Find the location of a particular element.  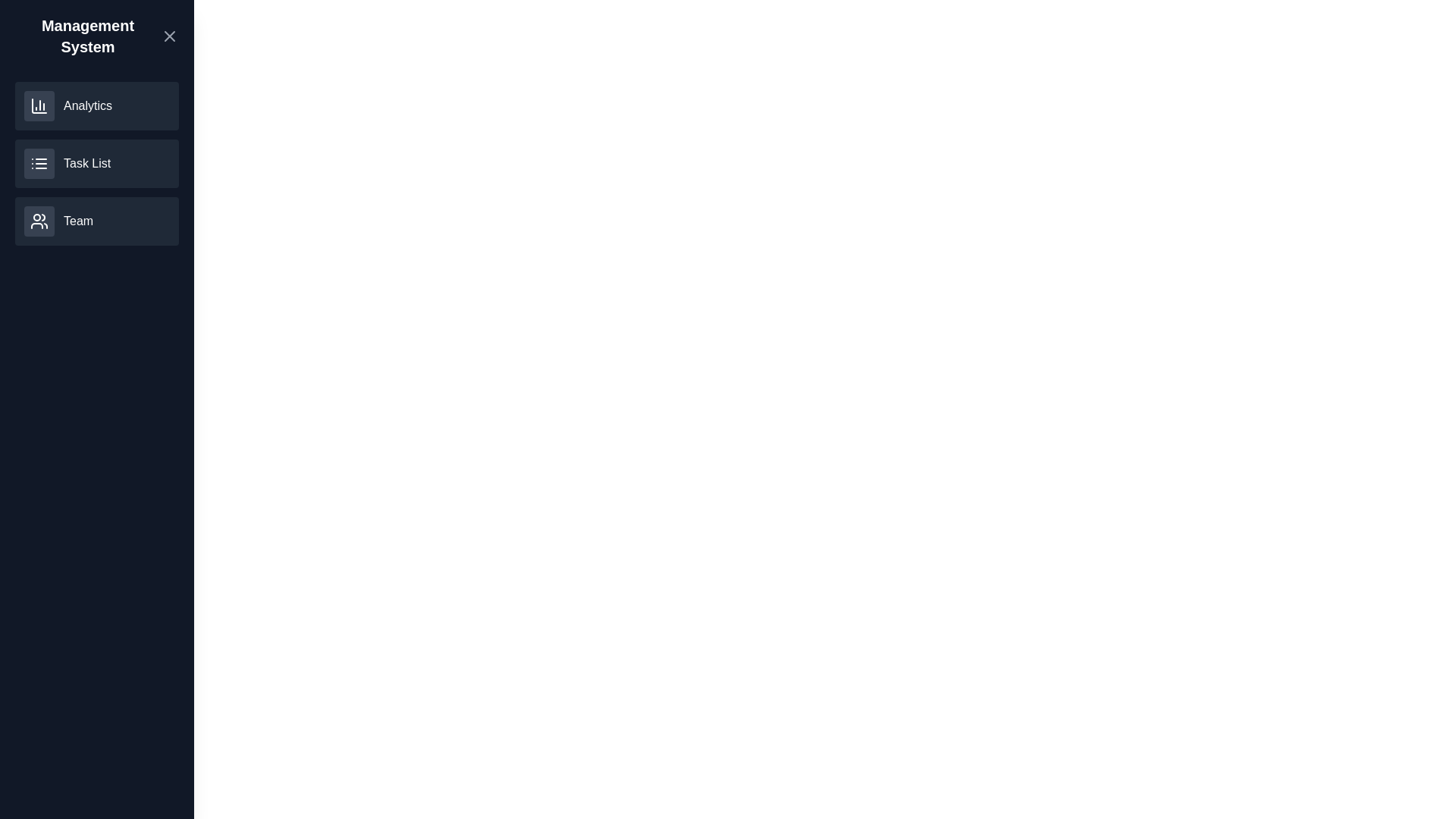

the close button to close the side drawer is located at coordinates (170, 35).